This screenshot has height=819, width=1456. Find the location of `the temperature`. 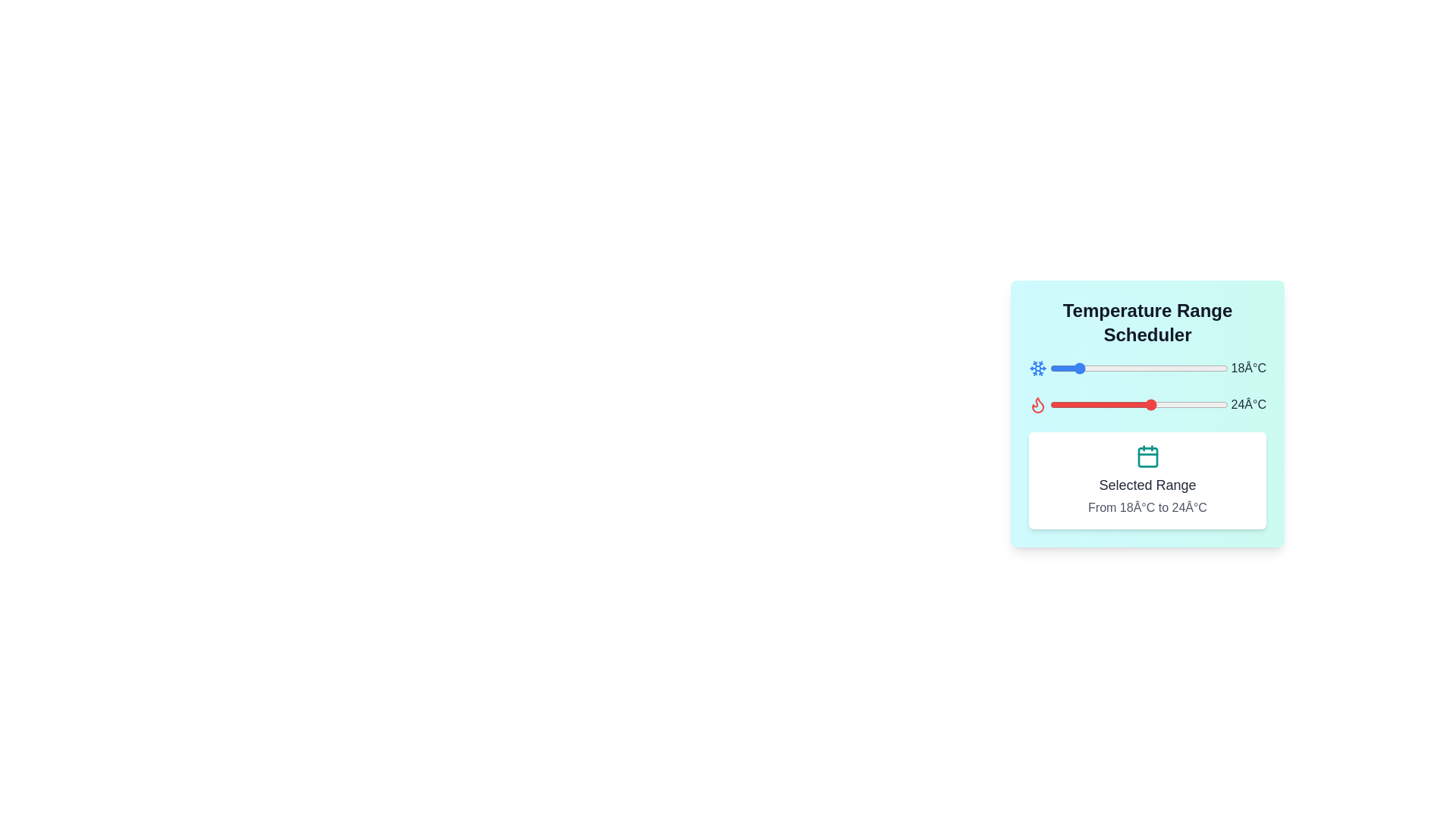

the temperature is located at coordinates (1176, 403).